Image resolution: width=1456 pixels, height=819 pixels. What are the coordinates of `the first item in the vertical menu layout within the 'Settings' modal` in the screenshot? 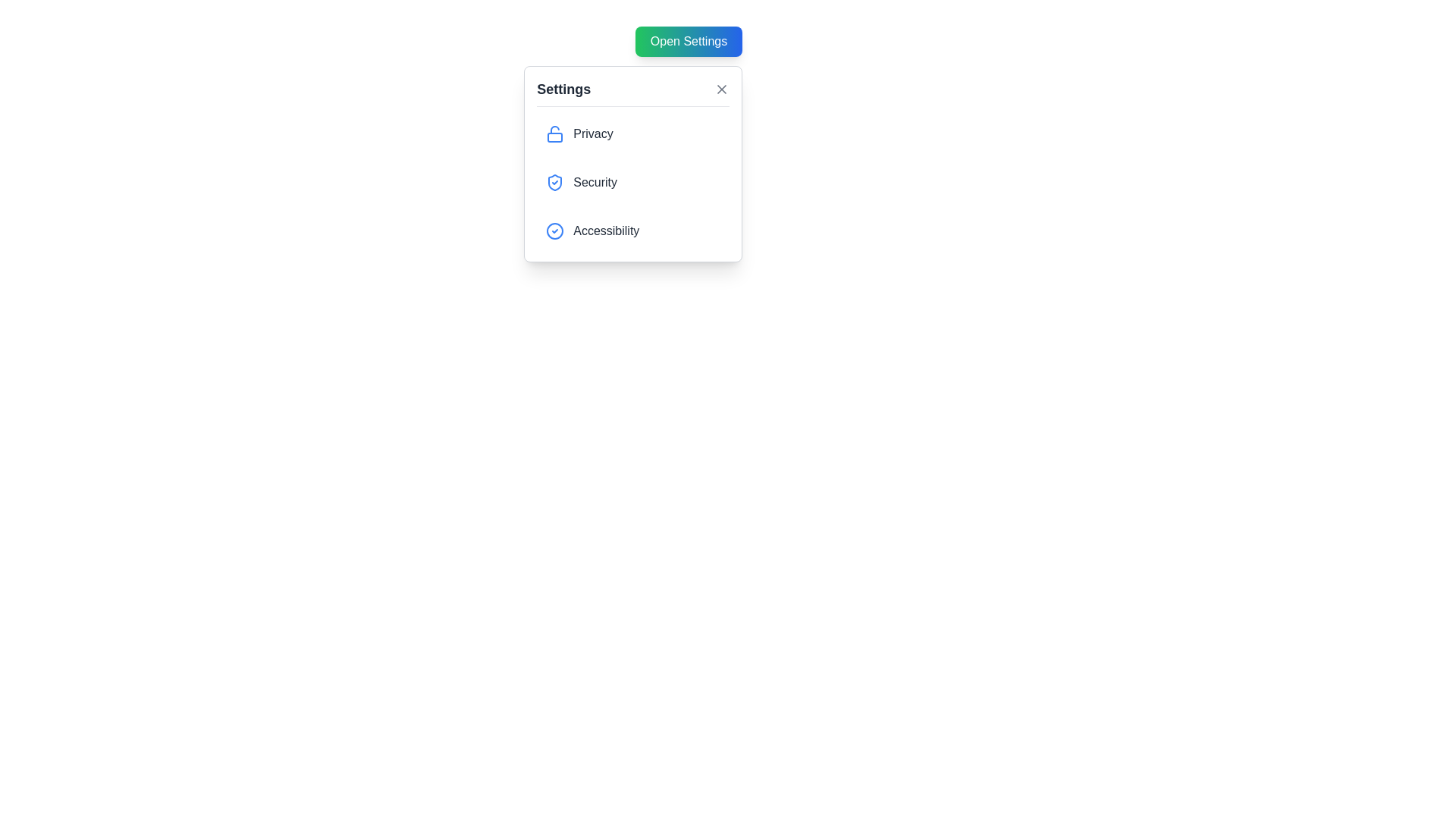 It's located at (633, 133).